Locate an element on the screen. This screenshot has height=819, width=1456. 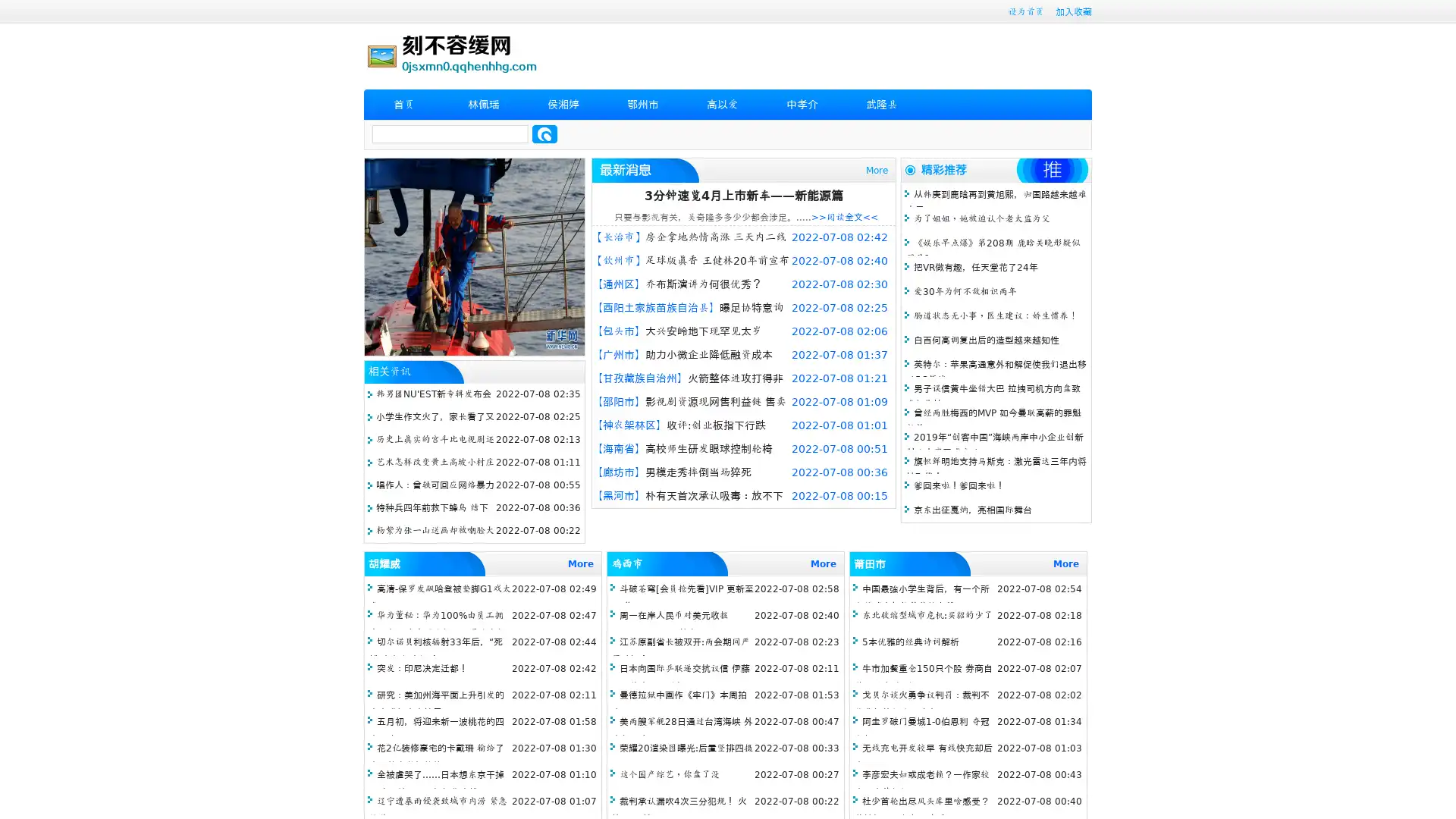
Search is located at coordinates (544, 133).